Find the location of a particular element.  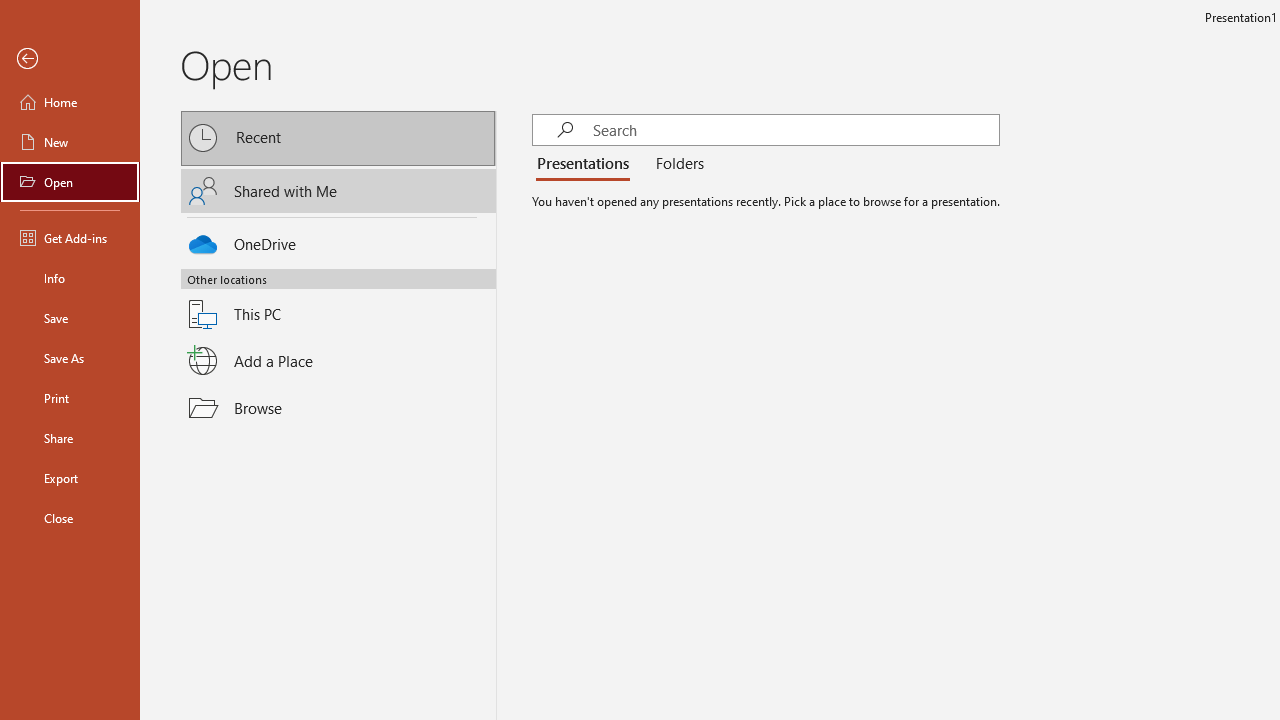

'Browse' is located at coordinates (338, 406).